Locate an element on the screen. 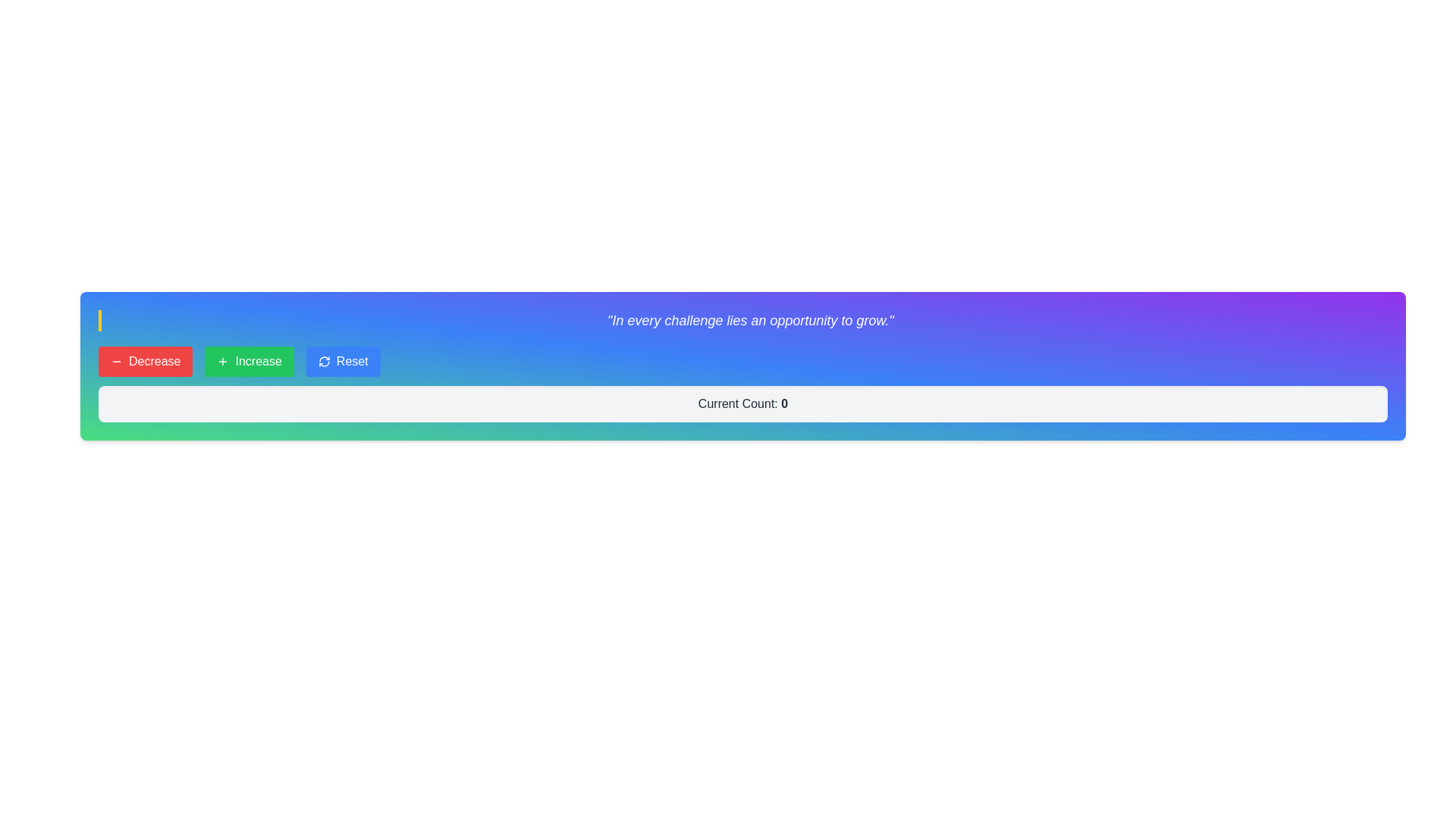  the text displaying the current numerical value associated with the counter functionality, labeled 'Current Count: 0', which is positioned on the right-hand side of its label is located at coordinates (784, 403).